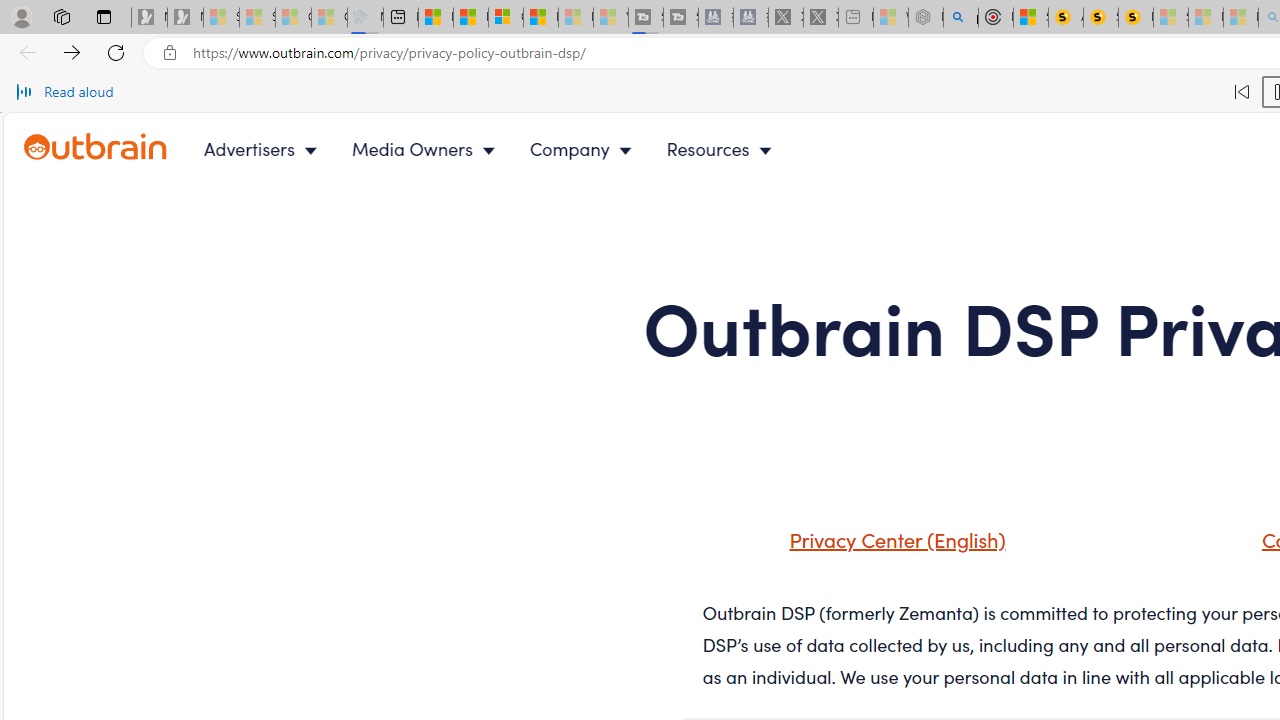 This screenshot has height=720, width=1280. I want to click on 'Microsoft Start - Sleeping', so click(575, 17).